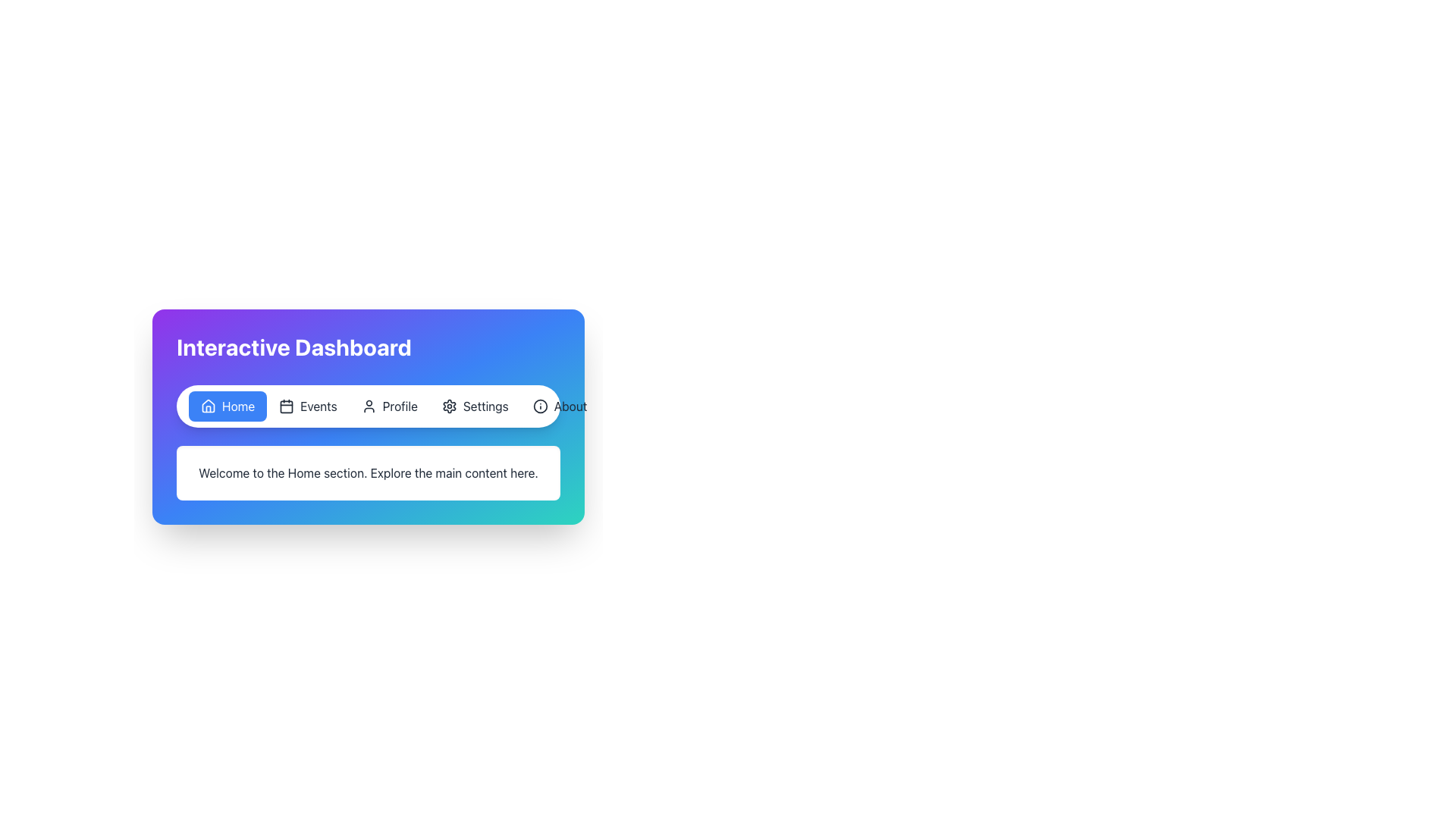 Image resolution: width=1456 pixels, height=819 pixels. Describe the element at coordinates (307, 406) in the screenshot. I see `the navigation button labeled 'Events' in the horizontal navigation bar` at that location.